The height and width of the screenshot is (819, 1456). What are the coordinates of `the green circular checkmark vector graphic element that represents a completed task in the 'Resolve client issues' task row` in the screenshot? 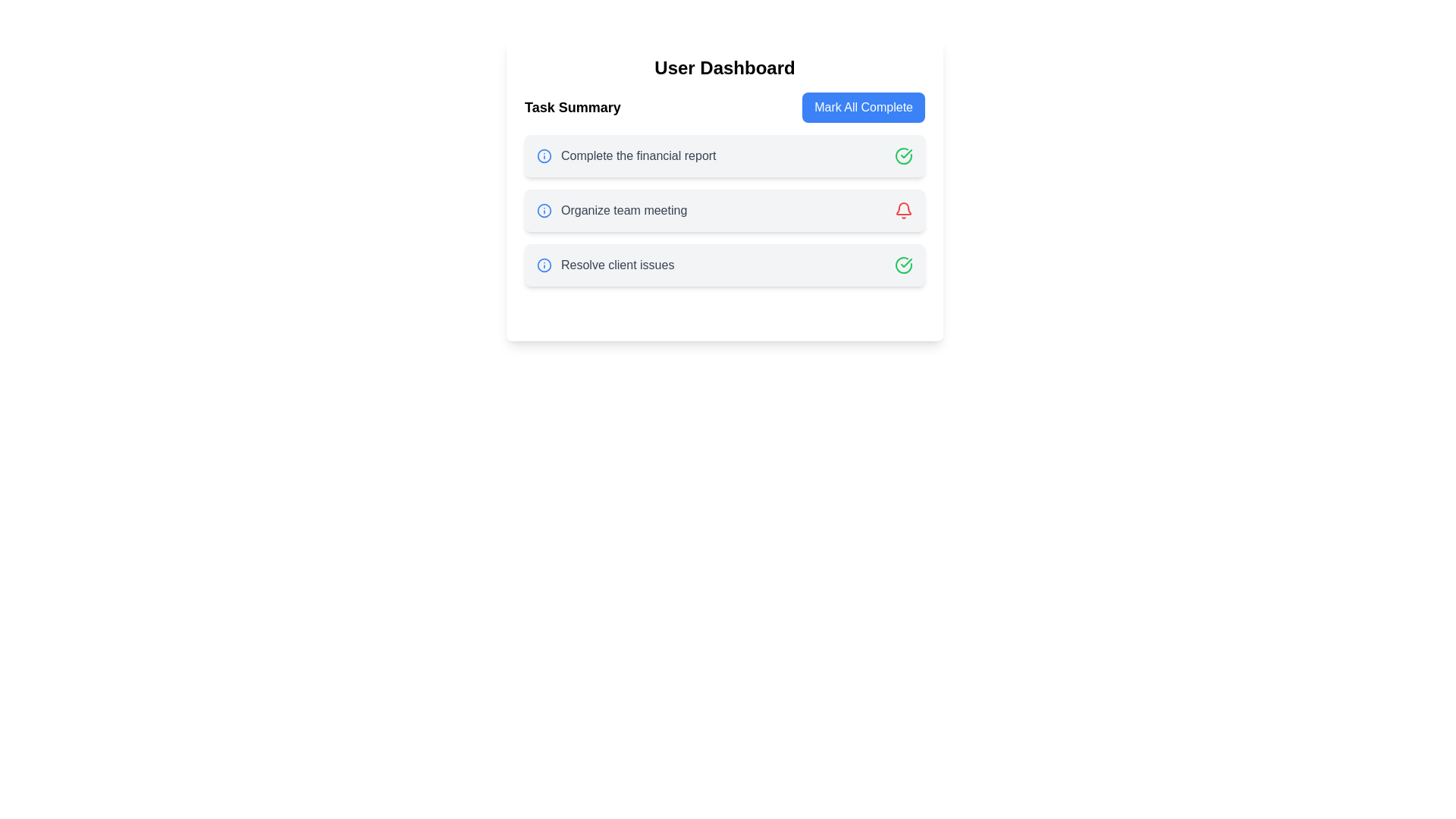 It's located at (903, 155).